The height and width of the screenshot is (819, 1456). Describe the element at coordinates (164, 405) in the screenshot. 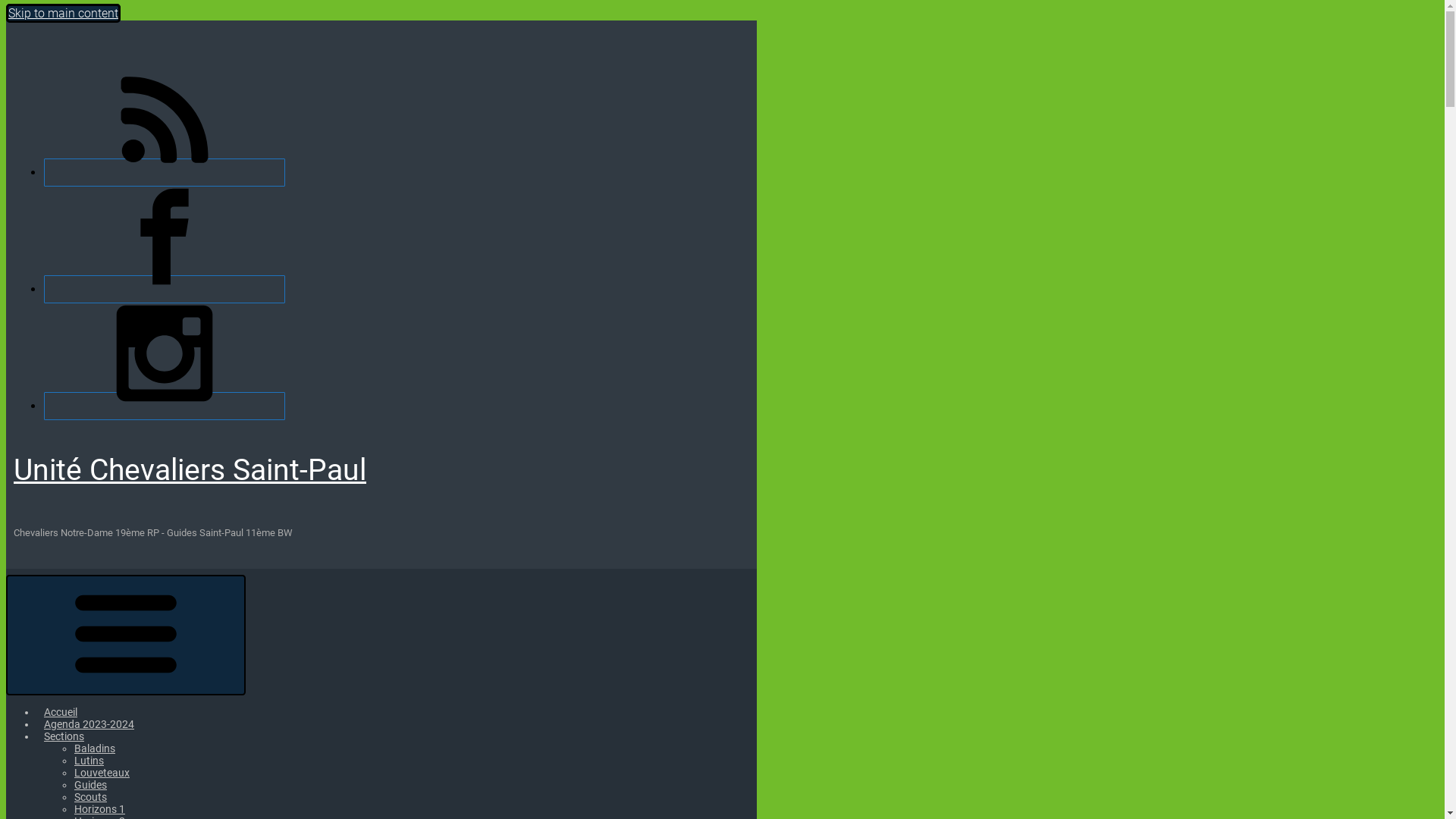

I see `'Instagram'` at that location.